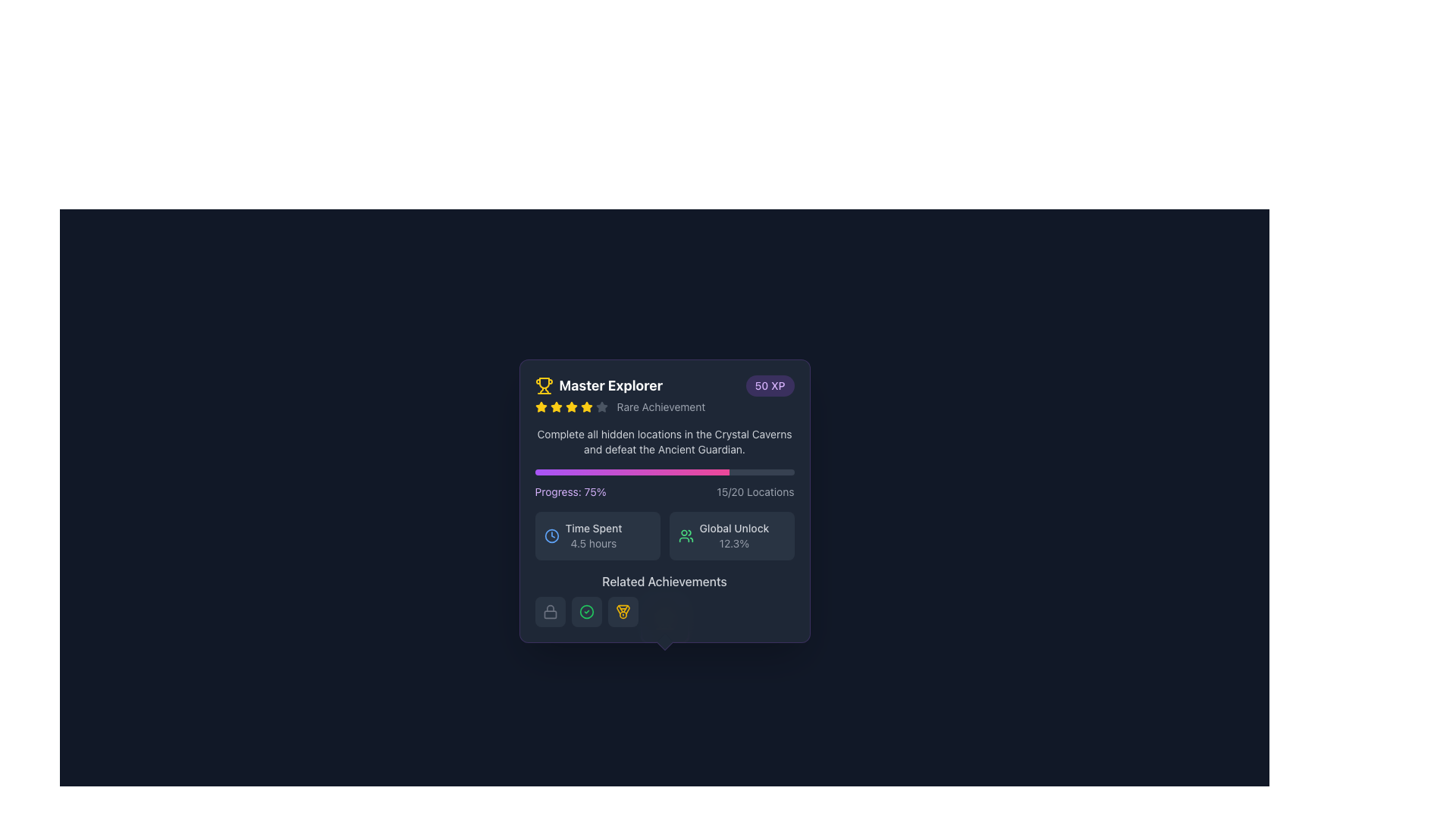 This screenshot has width=1456, height=819. I want to click on the first star-shaped rating indicator filled with yellow color, located below the 'Master Explorer' title within the achievement card, so click(541, 406).